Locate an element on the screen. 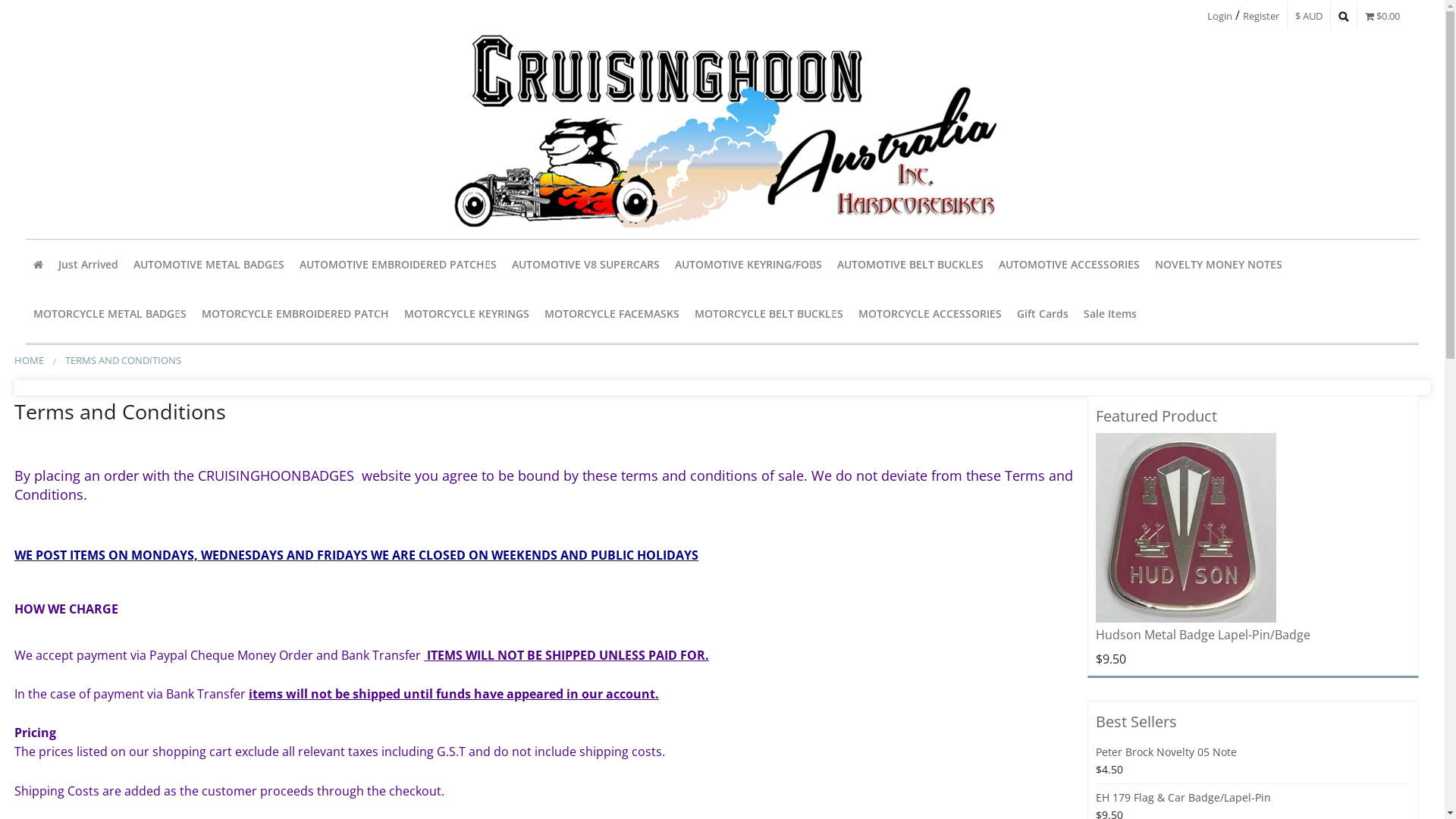 Image resolution: width=1456 pixels, height=819 pixels. 'MOTORCYCLE KEYRINGS' is located at coordinates (397, 312).